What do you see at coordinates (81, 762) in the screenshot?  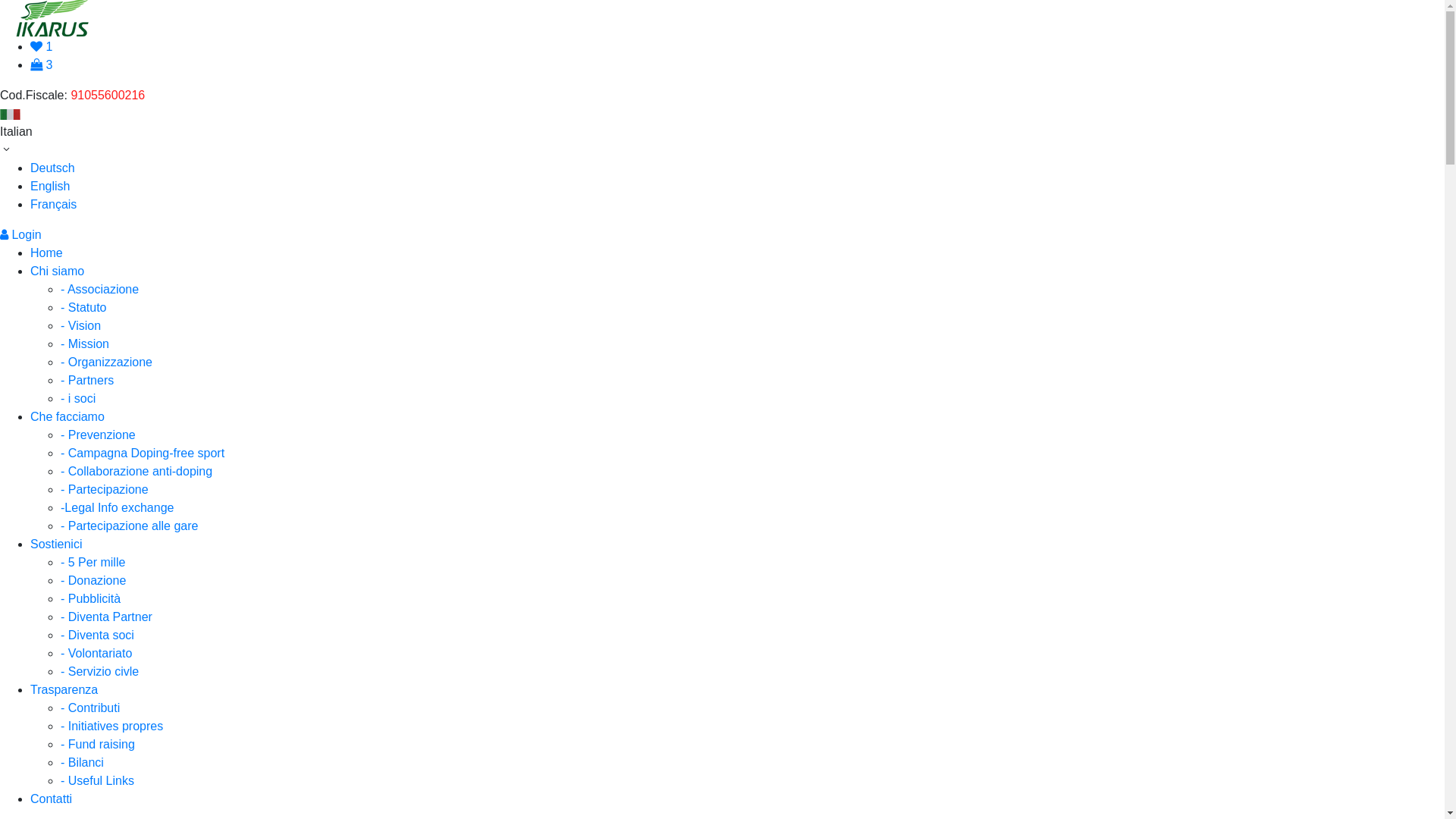 I see `'- Bilanci'` at bounding box center [81, 762].